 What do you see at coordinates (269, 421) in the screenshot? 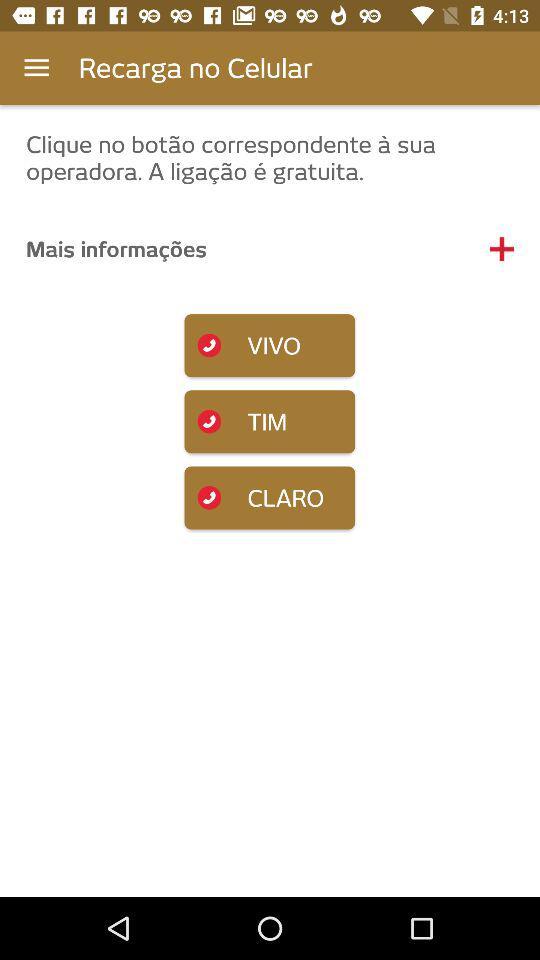
I see `tim` at bounding box center [269, 421].